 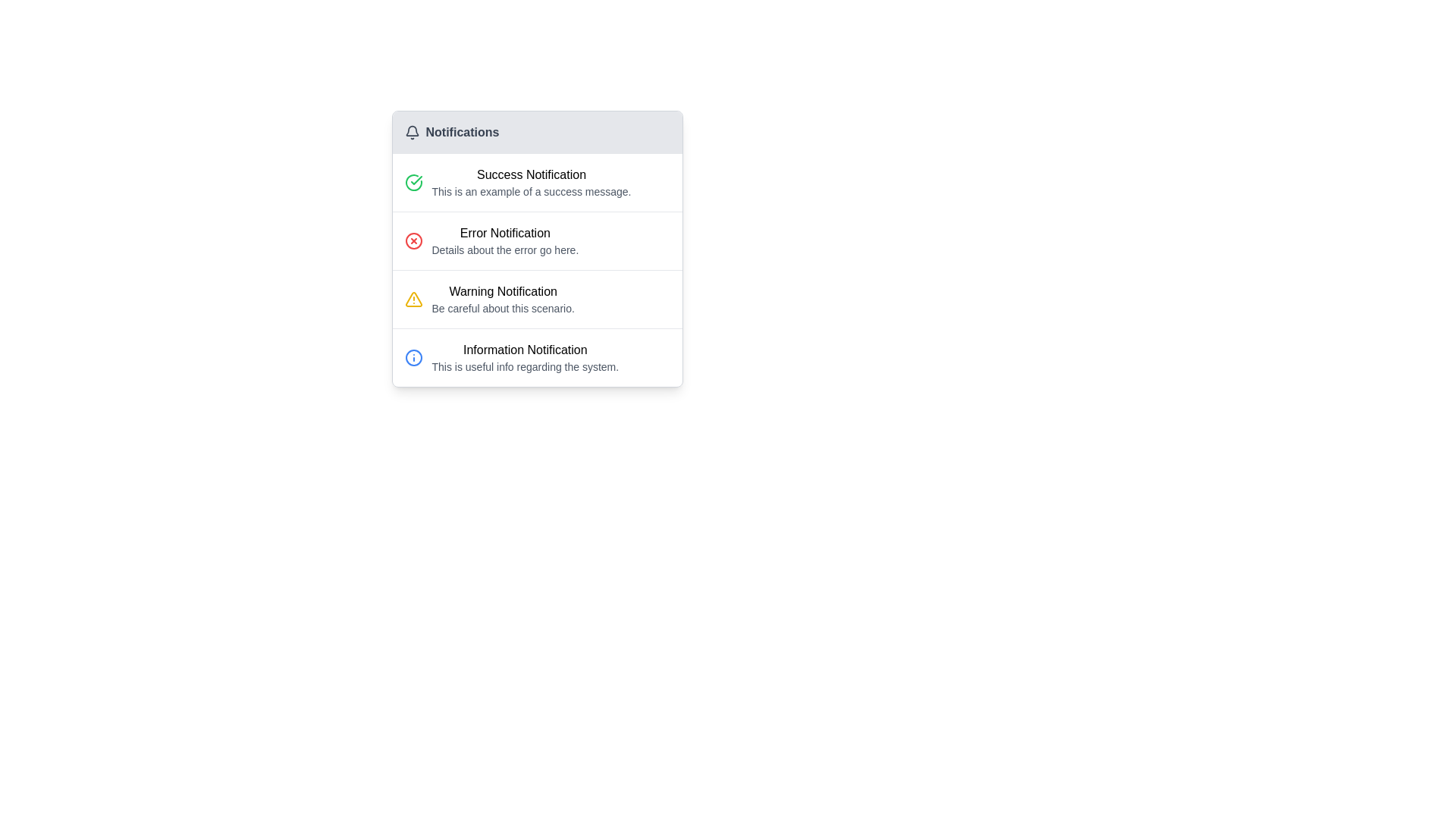 What do you see at coordinates (503, 292) in the screenshot?
I see `the 'Warning Notification' text label, which is styled in bold or medium weight and serves as the title of a yellow-themed warning notification in a notification system interface` at bounding box center [503, 292].